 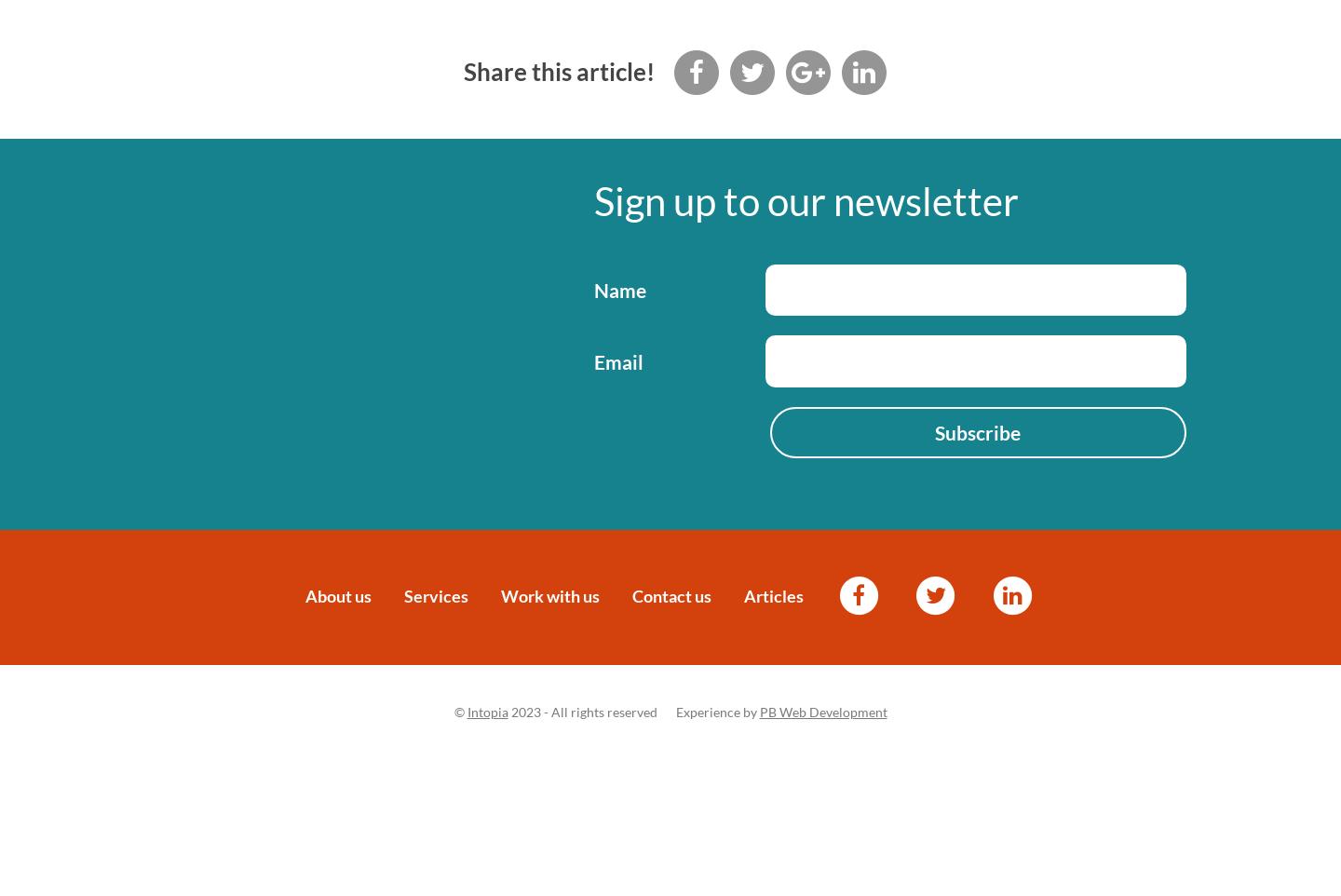 What do you see at coordinates (774, 594) in the screenshot?
I see `'Articles'` at bounding box center [774, 594].